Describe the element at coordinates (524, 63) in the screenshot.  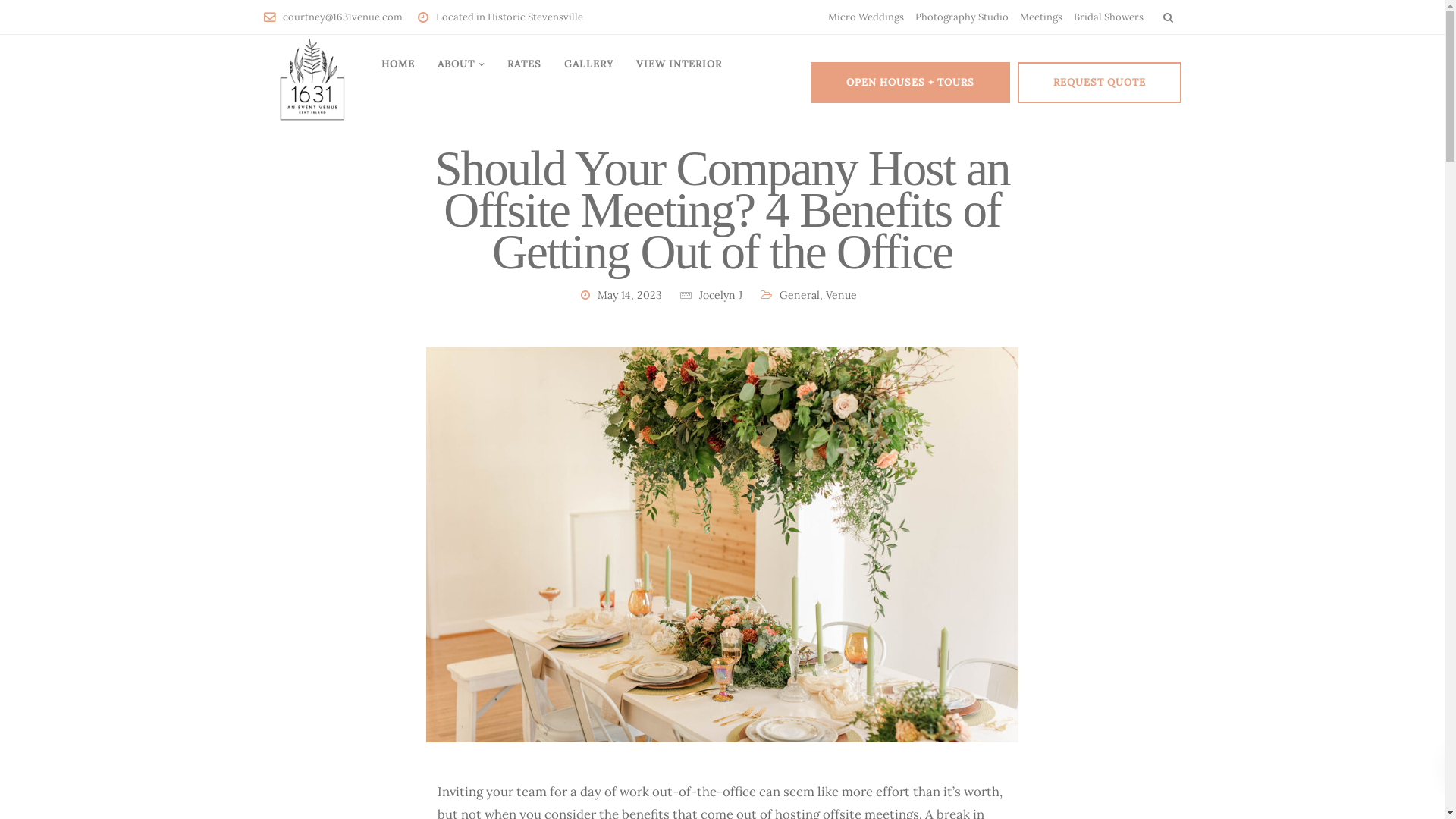
I see `'RATES'` at that location.